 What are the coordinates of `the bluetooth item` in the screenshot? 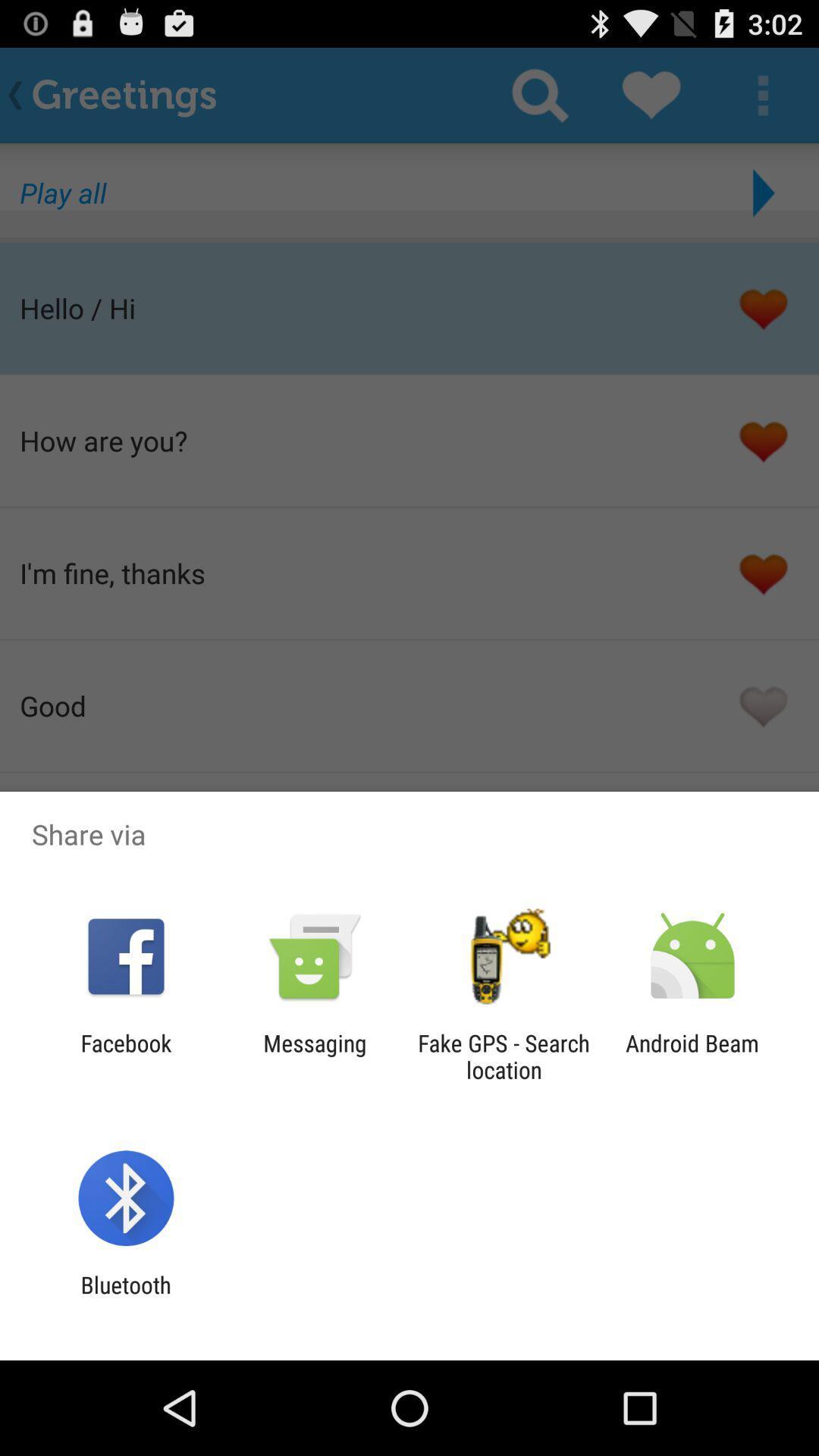 It's located at (125, 1298).